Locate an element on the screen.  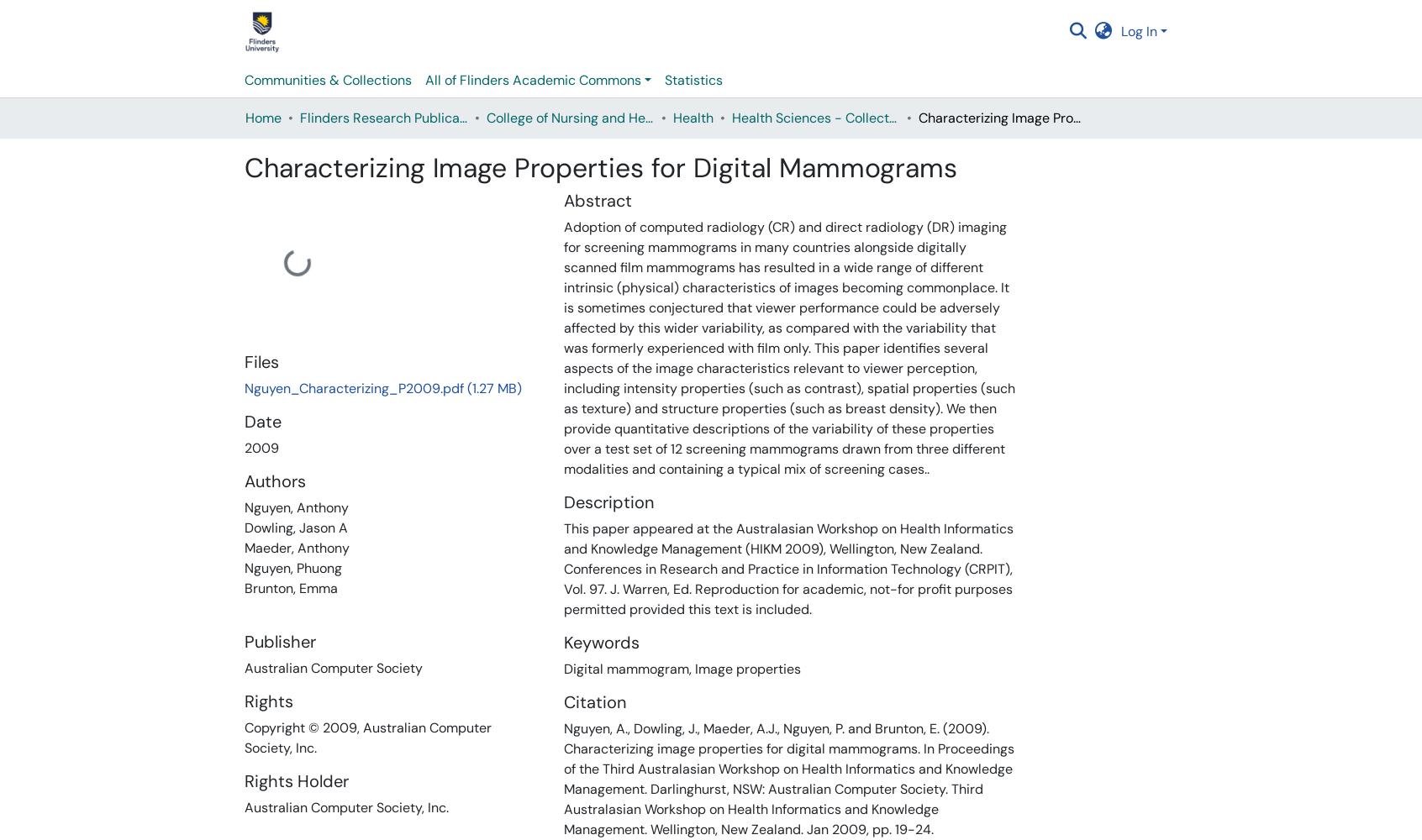
'Description' is located at coordinates (608, 501).